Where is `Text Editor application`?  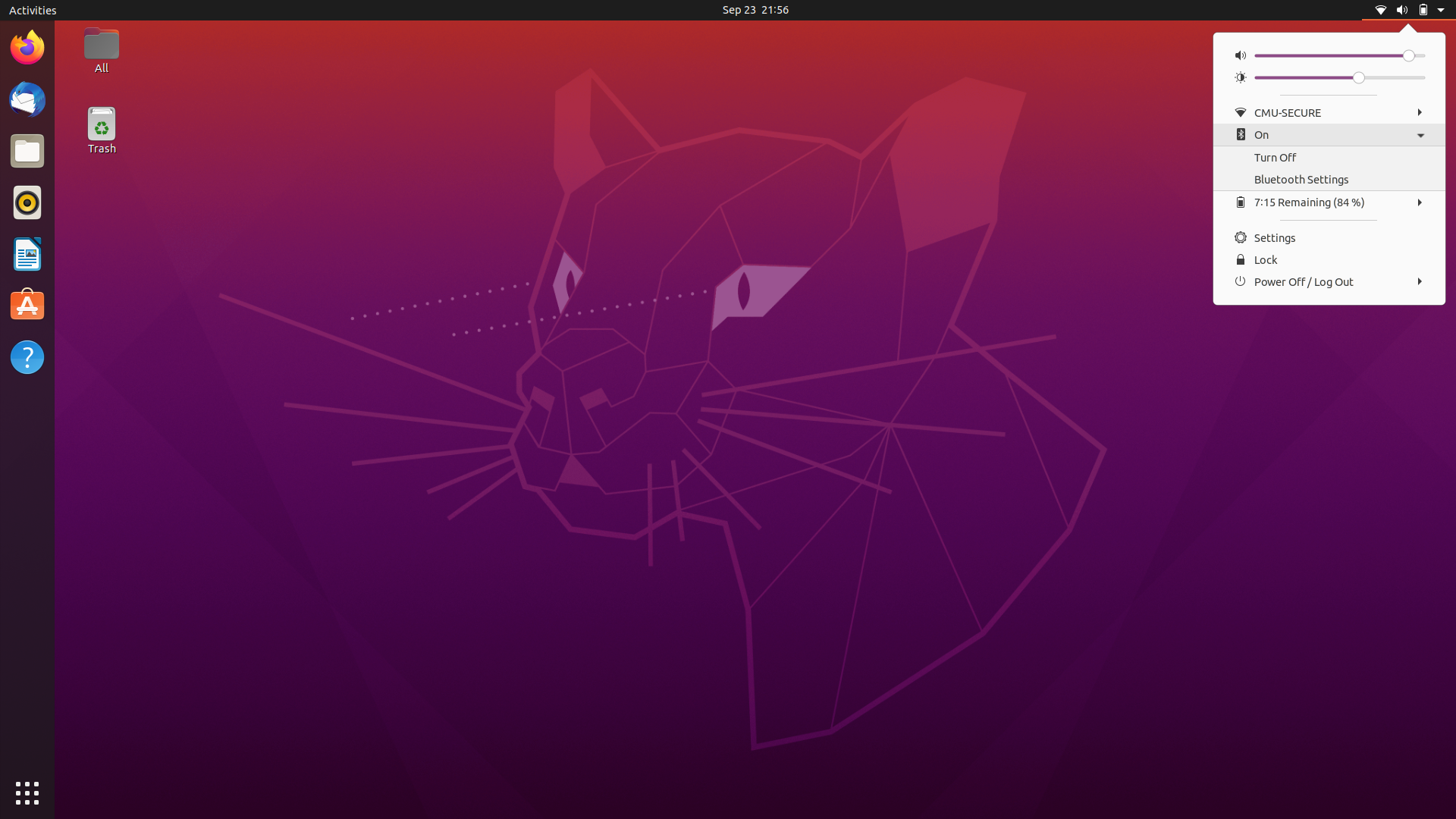 Text Editor application is located at coordinates (27, 306).